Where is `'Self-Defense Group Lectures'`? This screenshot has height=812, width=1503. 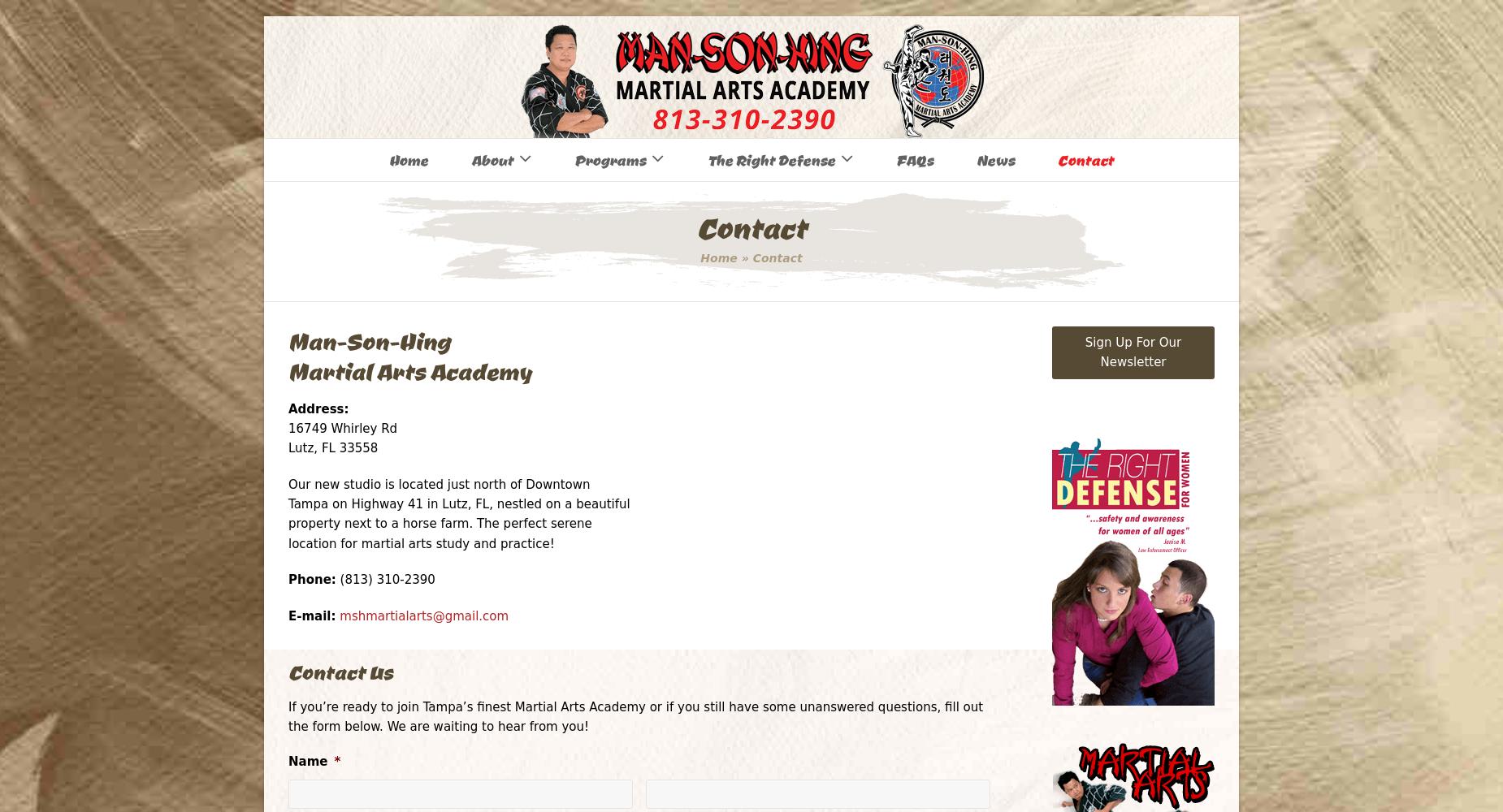
'Self-Defense Group Lectures' is located at coordinates (565, 288).